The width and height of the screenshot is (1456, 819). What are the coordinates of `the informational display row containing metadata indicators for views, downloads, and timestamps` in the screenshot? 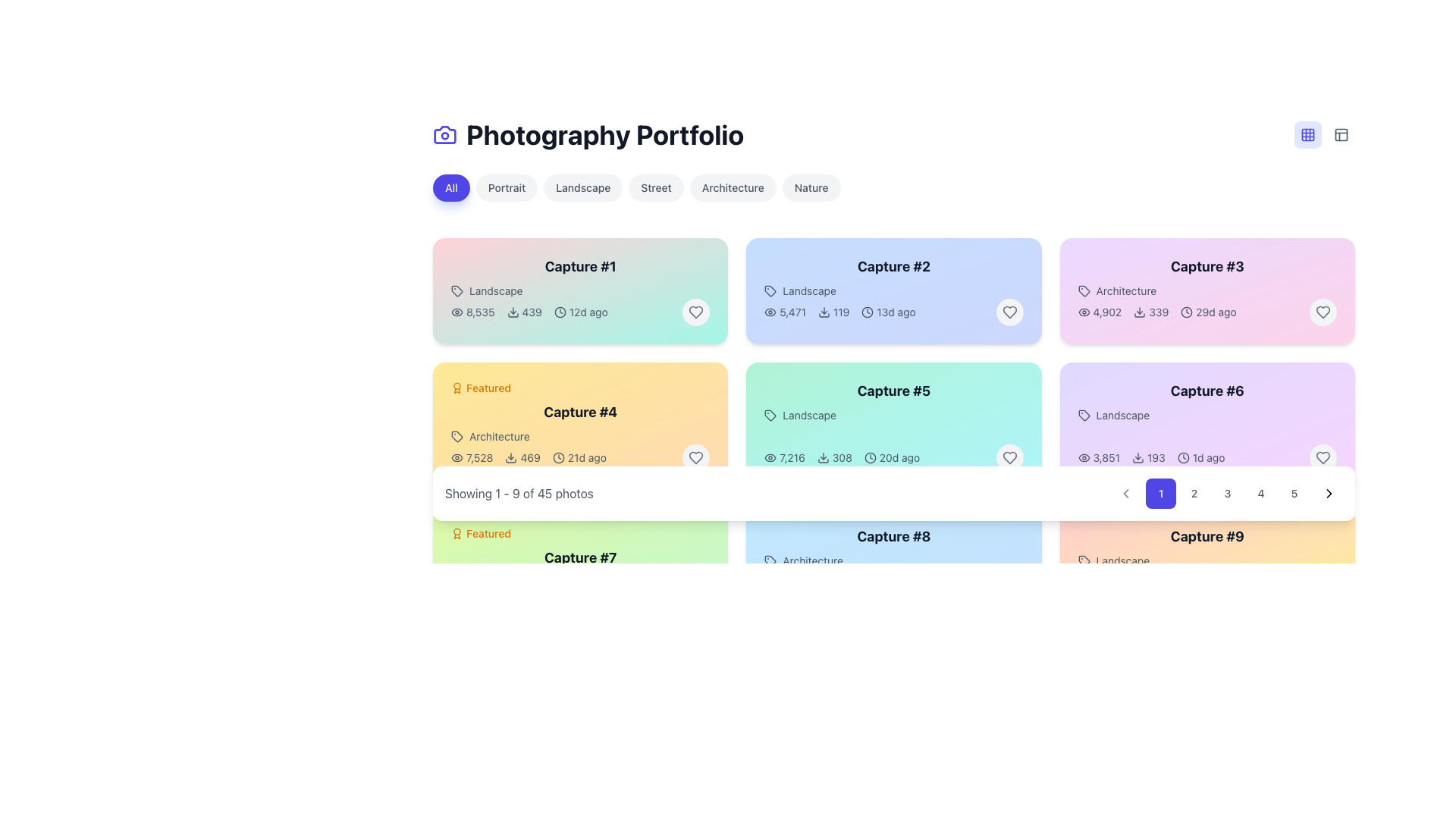 It's located at (1207, 457).